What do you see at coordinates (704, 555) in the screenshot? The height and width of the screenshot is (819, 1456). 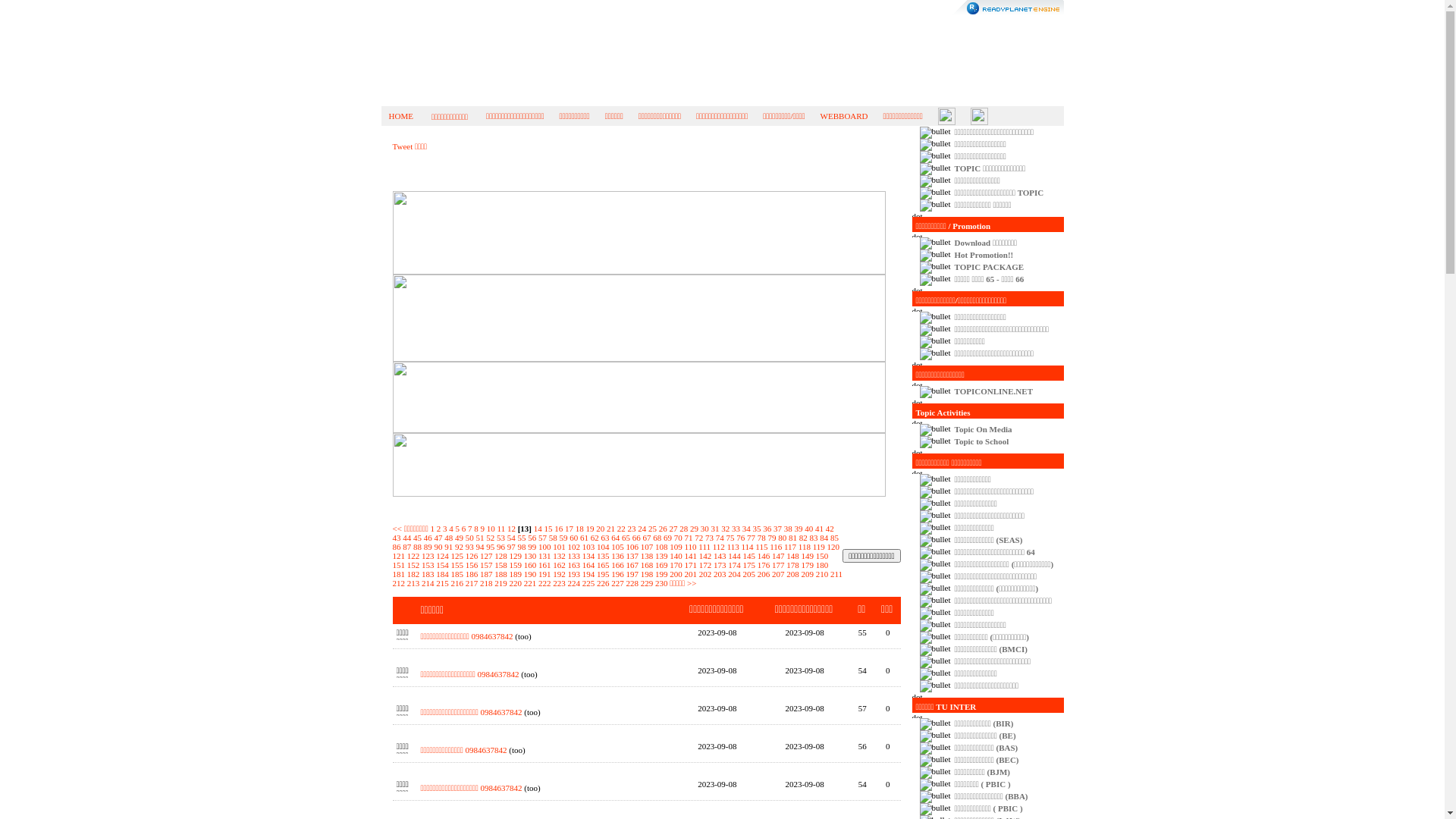 I see `'142'` at bounding box center [704, 555].